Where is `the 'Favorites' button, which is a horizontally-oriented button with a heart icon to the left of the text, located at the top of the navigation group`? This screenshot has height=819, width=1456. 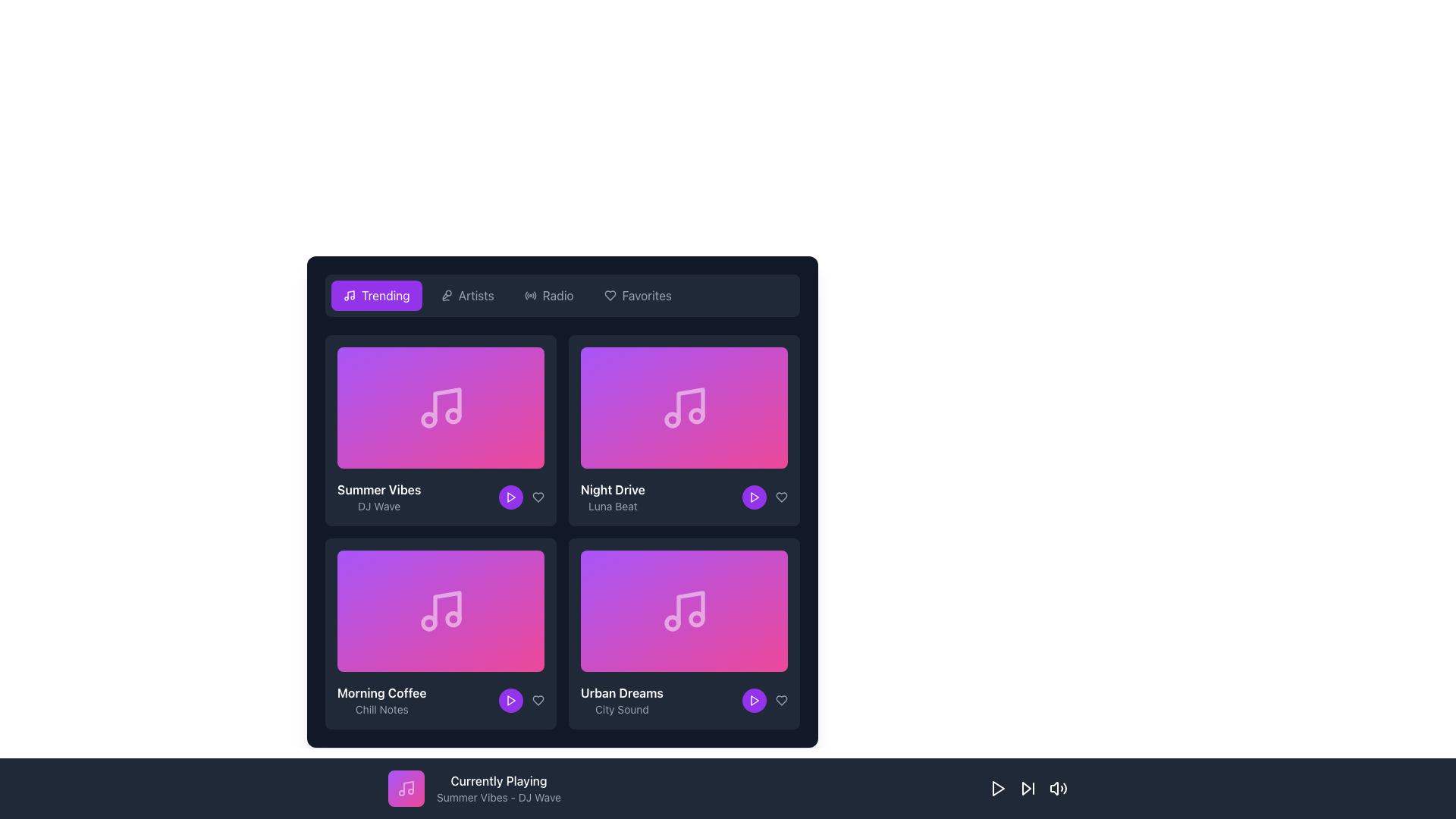
the 'Favorites' button, which is a horizontally-oriented button with a heart icon to the left of the text, located at the top of the navigation group is located at coordinates (637, 295).